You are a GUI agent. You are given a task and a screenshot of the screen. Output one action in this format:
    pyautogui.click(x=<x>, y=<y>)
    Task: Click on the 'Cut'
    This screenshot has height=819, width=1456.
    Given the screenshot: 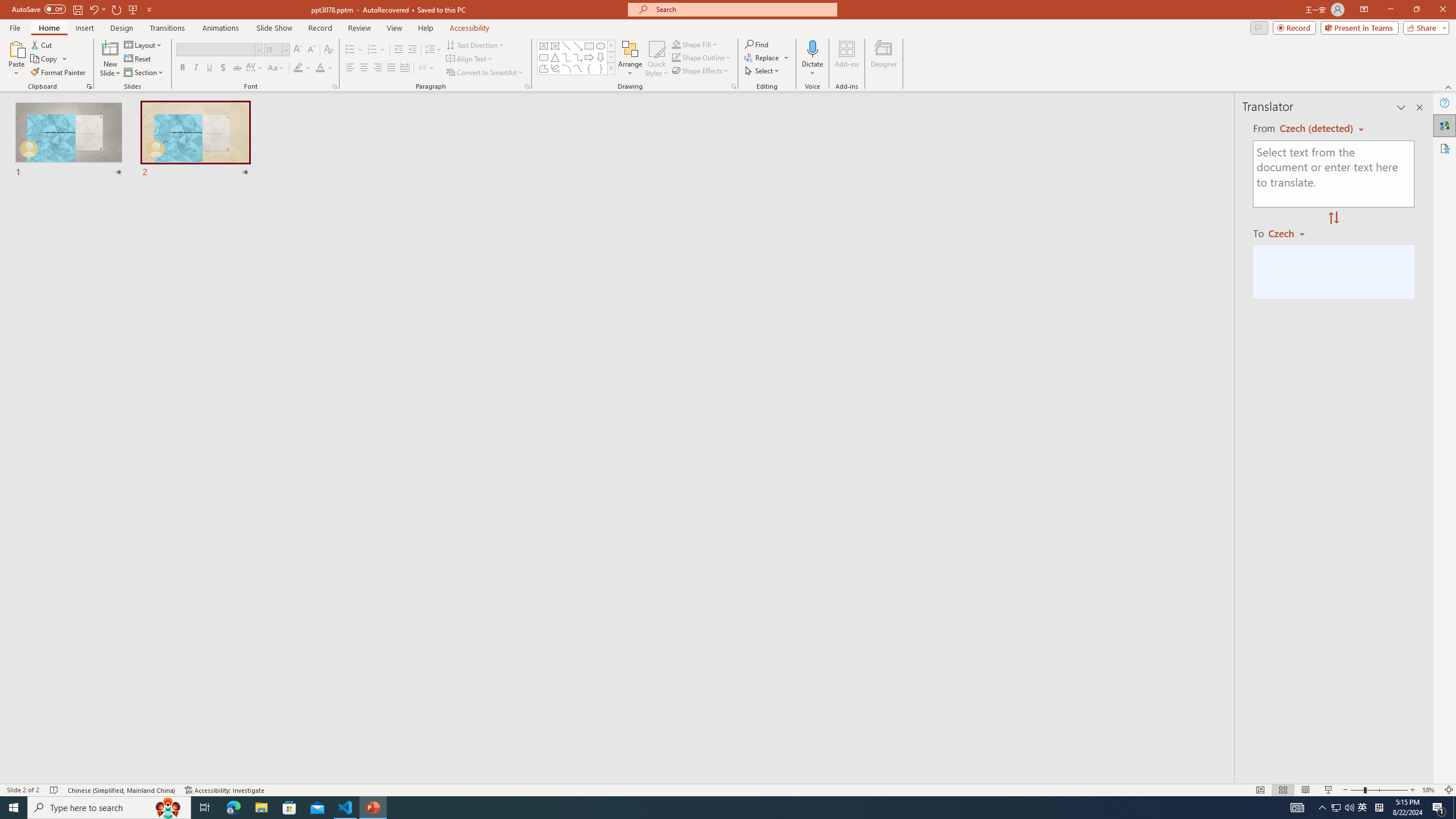 What is the action you would take?
    pyautogui.click(x=42, y=44)
    